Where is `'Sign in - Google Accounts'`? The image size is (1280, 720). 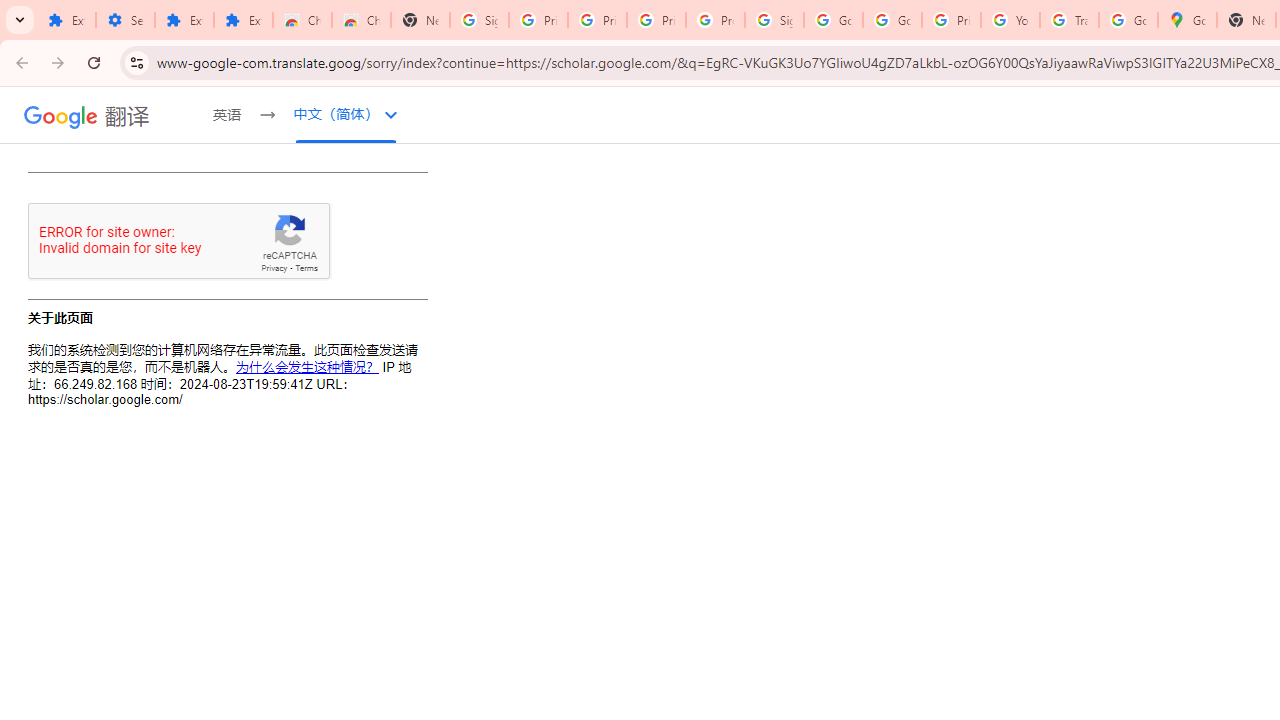
'Sign in - Google Accounts' is located at coordinates (480, 20).